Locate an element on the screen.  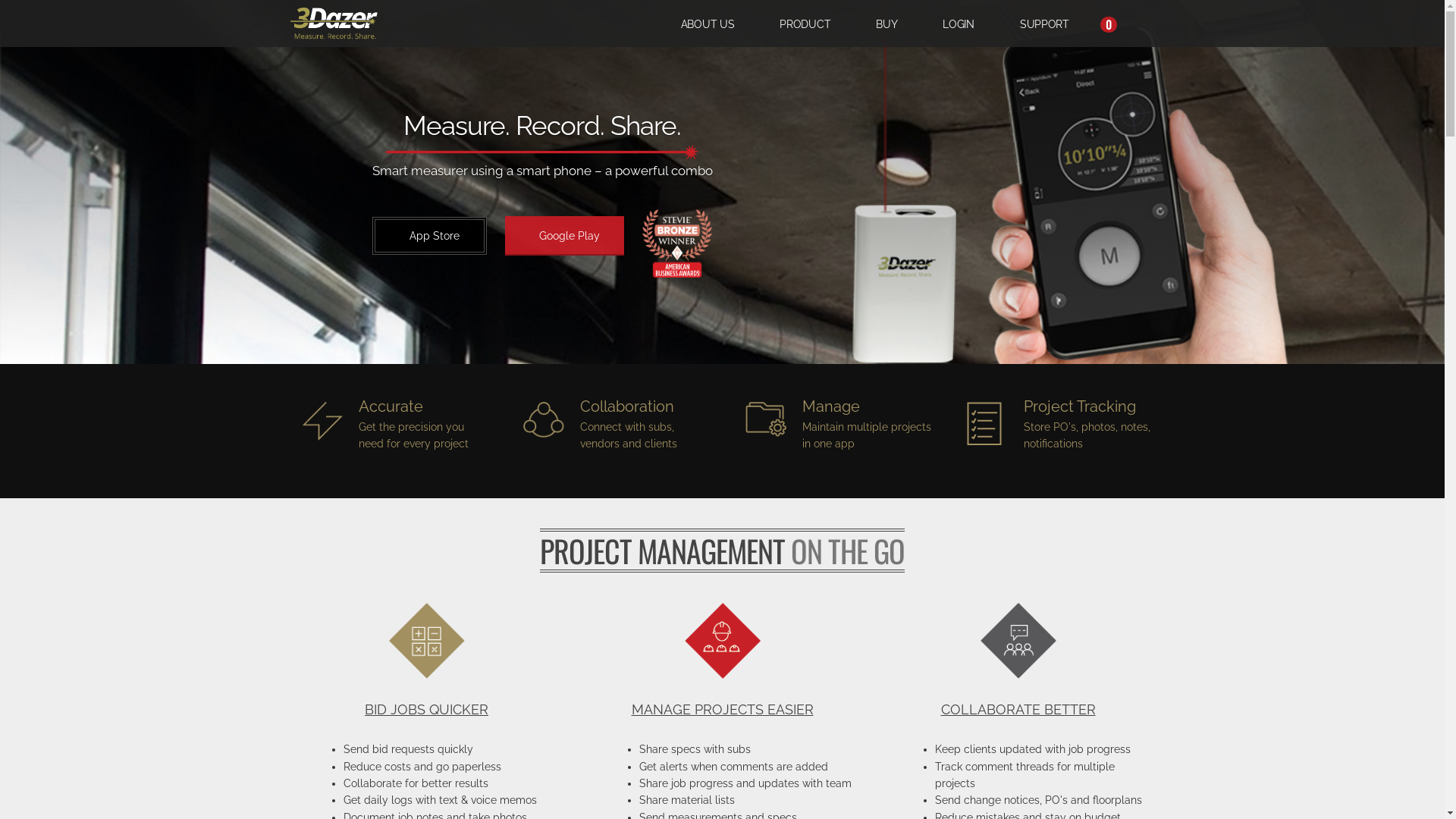
'BID JOBS QUICKER' is located at coordinates (425, 710).